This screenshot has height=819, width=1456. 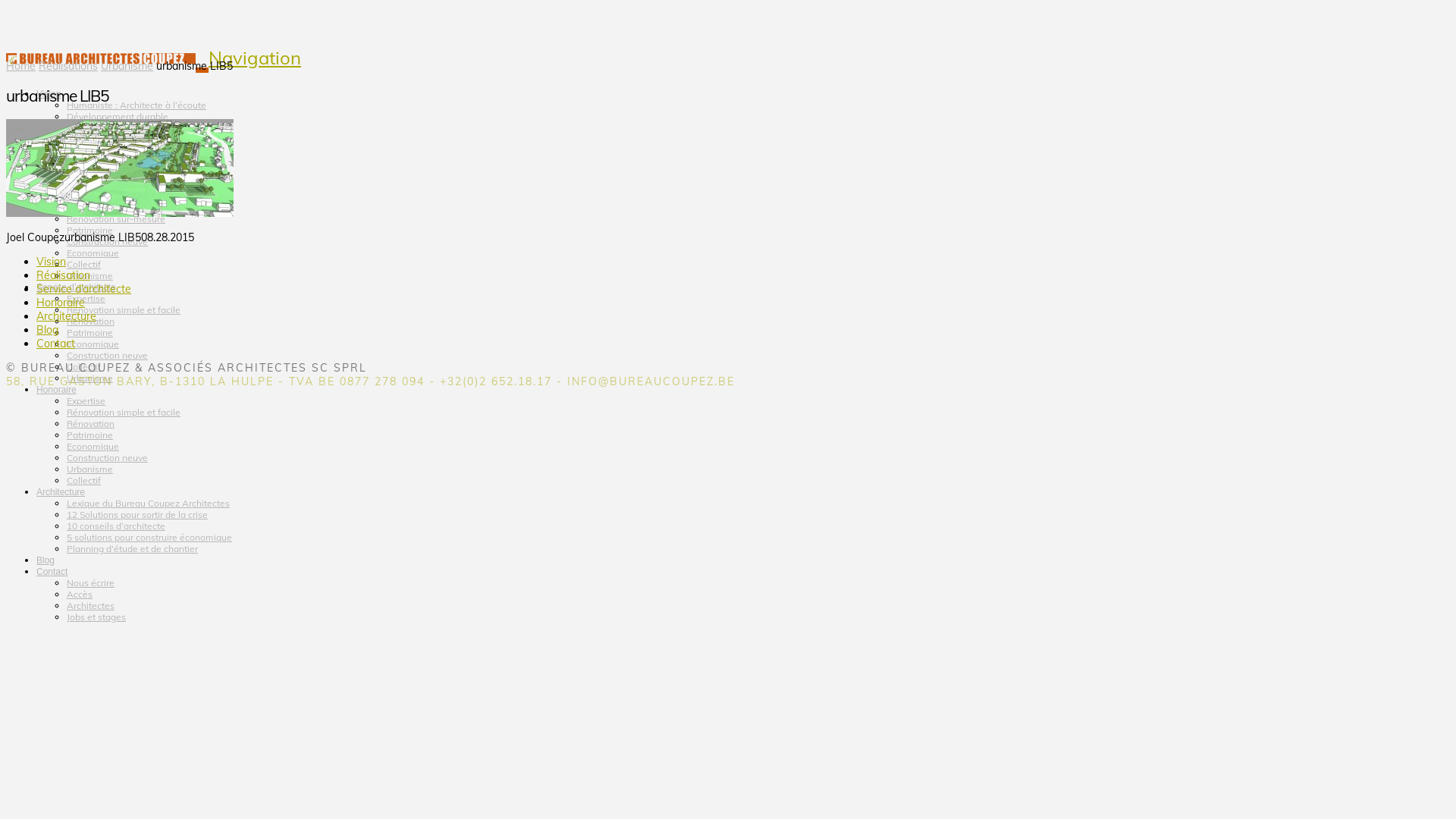 I want to click on 'Navigation', so click(x=255, y=57).